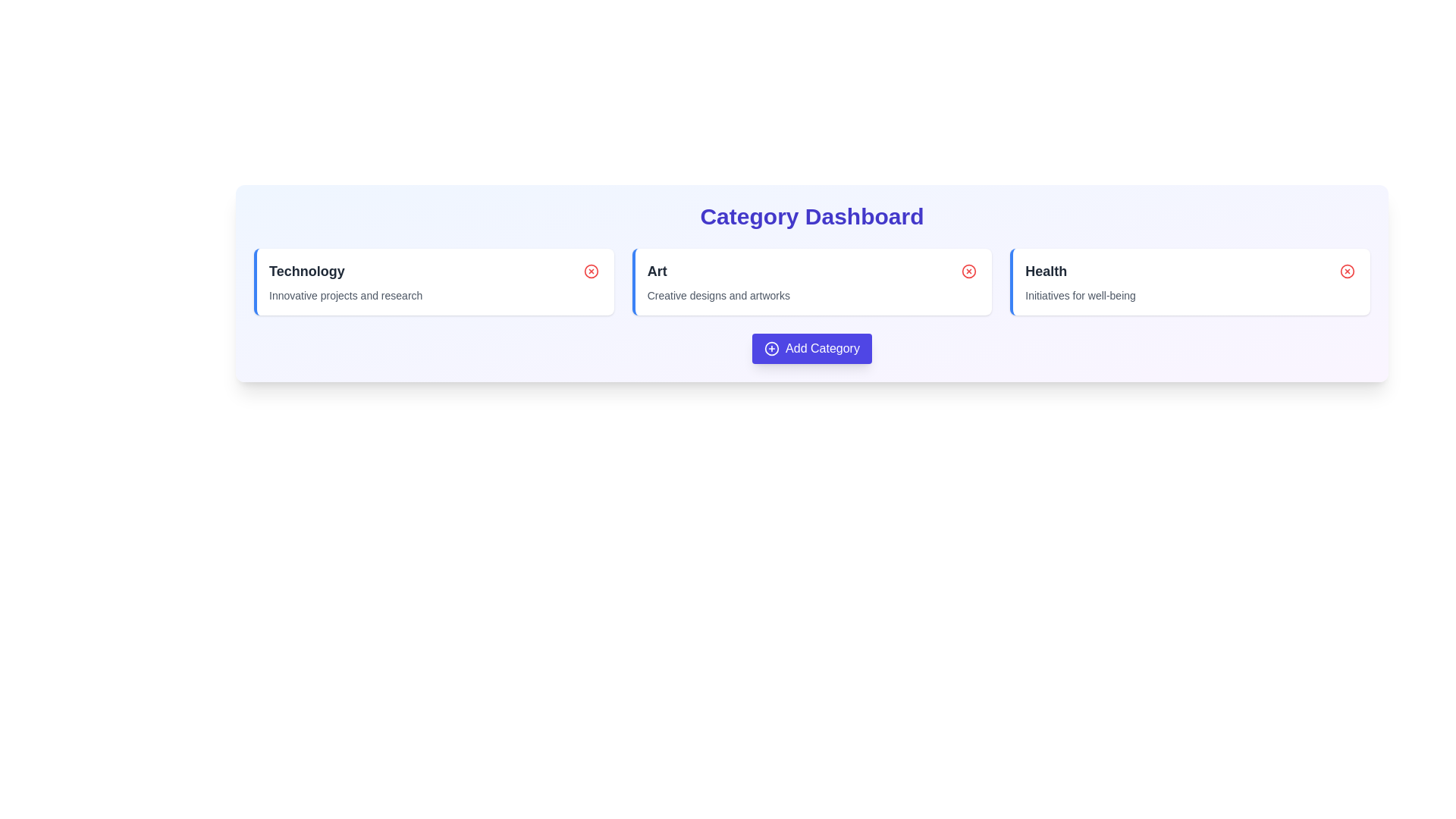  Describe the element at coordinates (1347, 271) in the screenshot. I see `the circular red-bordered button with an 'x' symbol located in the top-right corner of the 'Health' category section` at that location.